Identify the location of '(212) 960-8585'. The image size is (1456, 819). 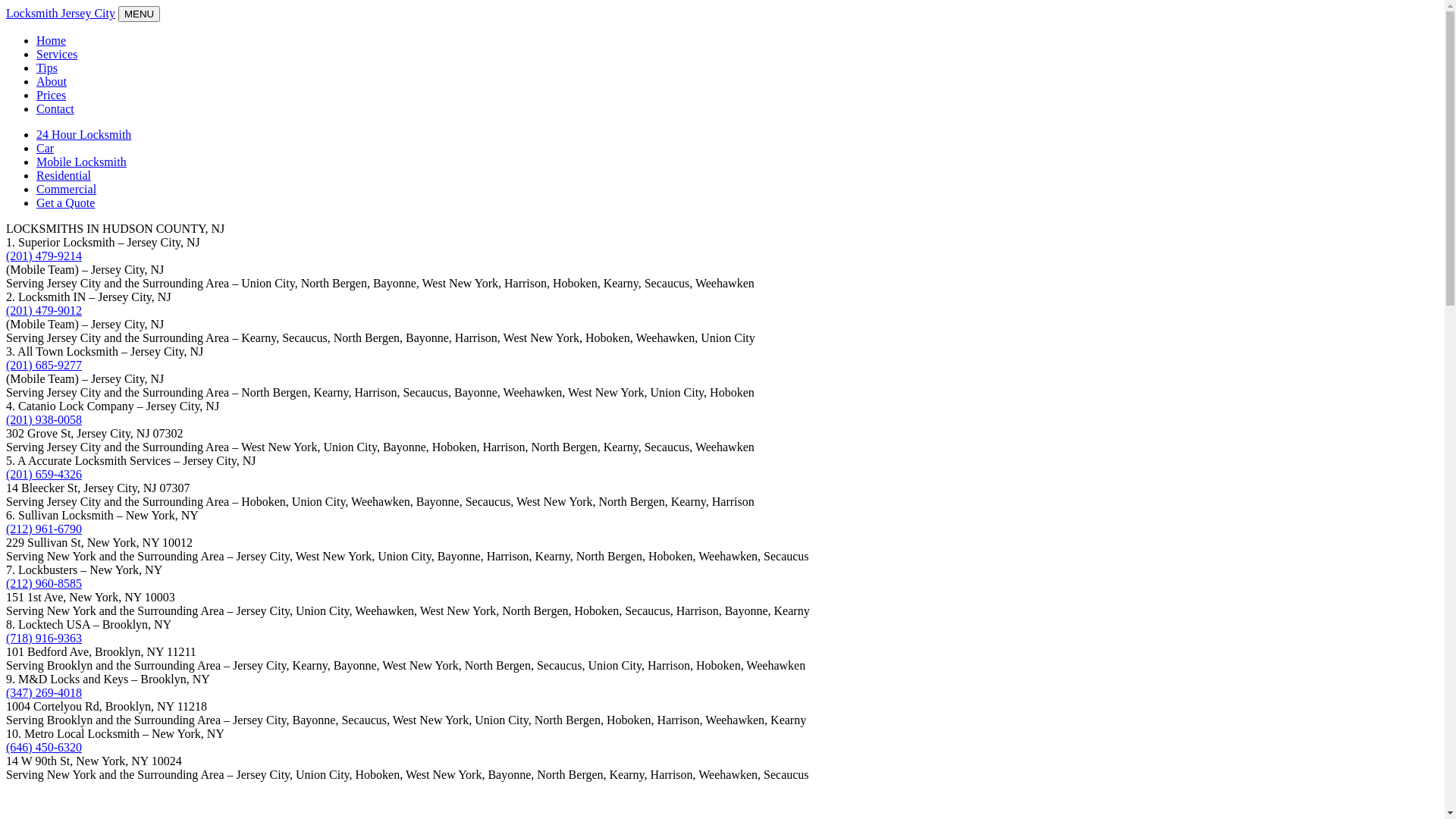
(43, 582).